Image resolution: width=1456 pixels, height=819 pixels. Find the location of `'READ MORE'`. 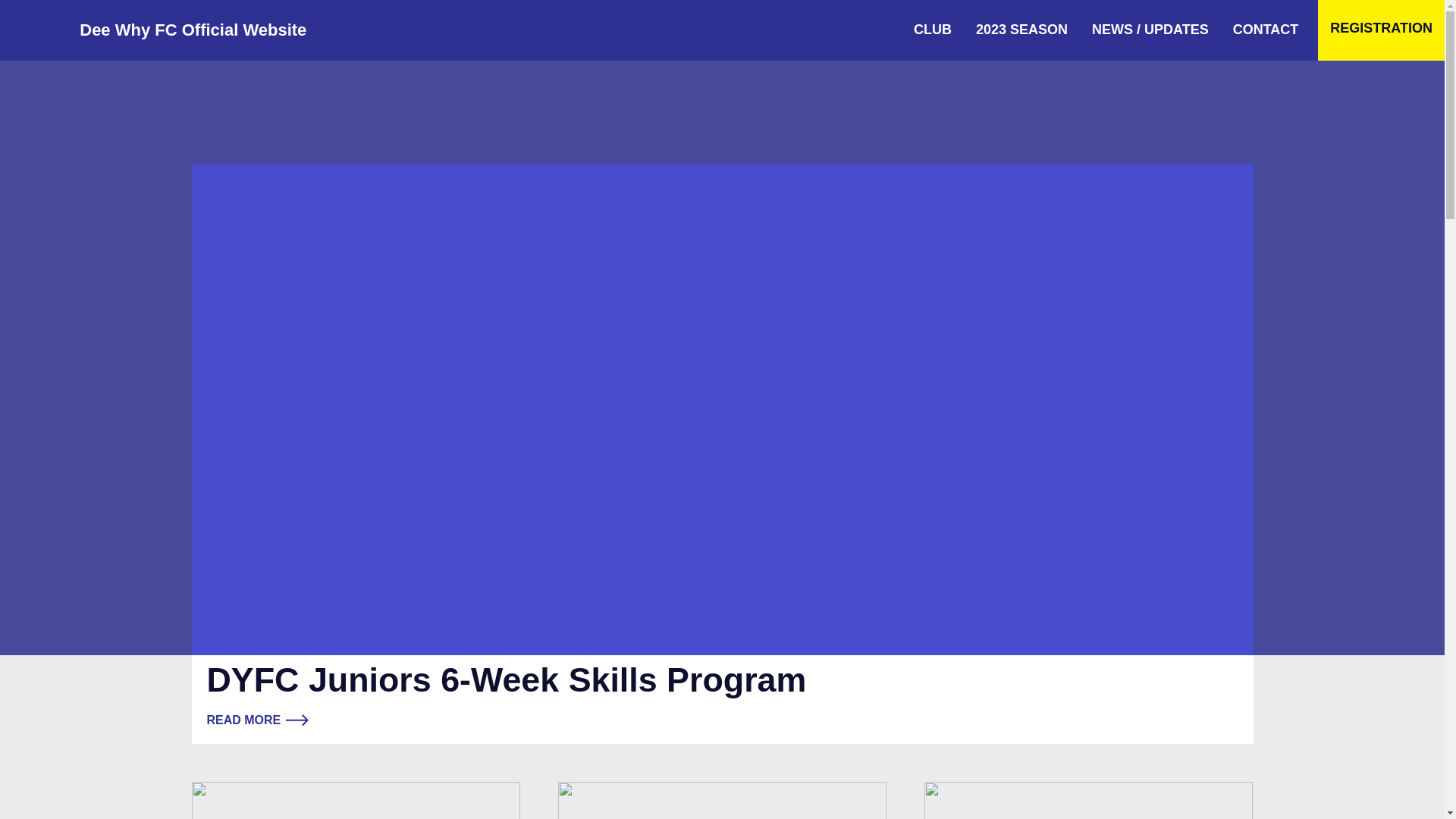

'READ MORE' is located at coordinates (257, 719).